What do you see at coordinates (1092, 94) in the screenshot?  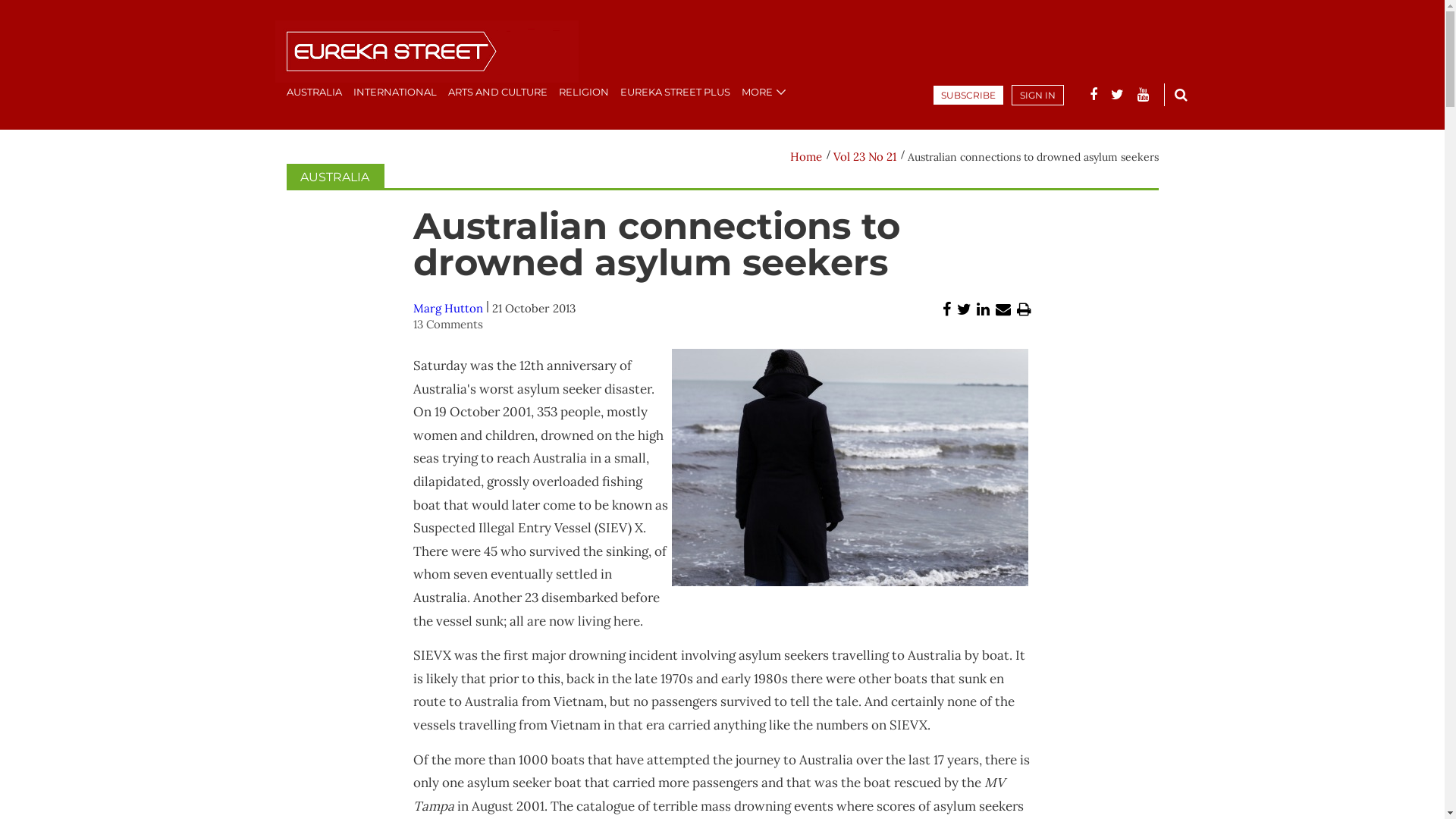 I see `'Facebook'` at bounding box center [1092, 94].